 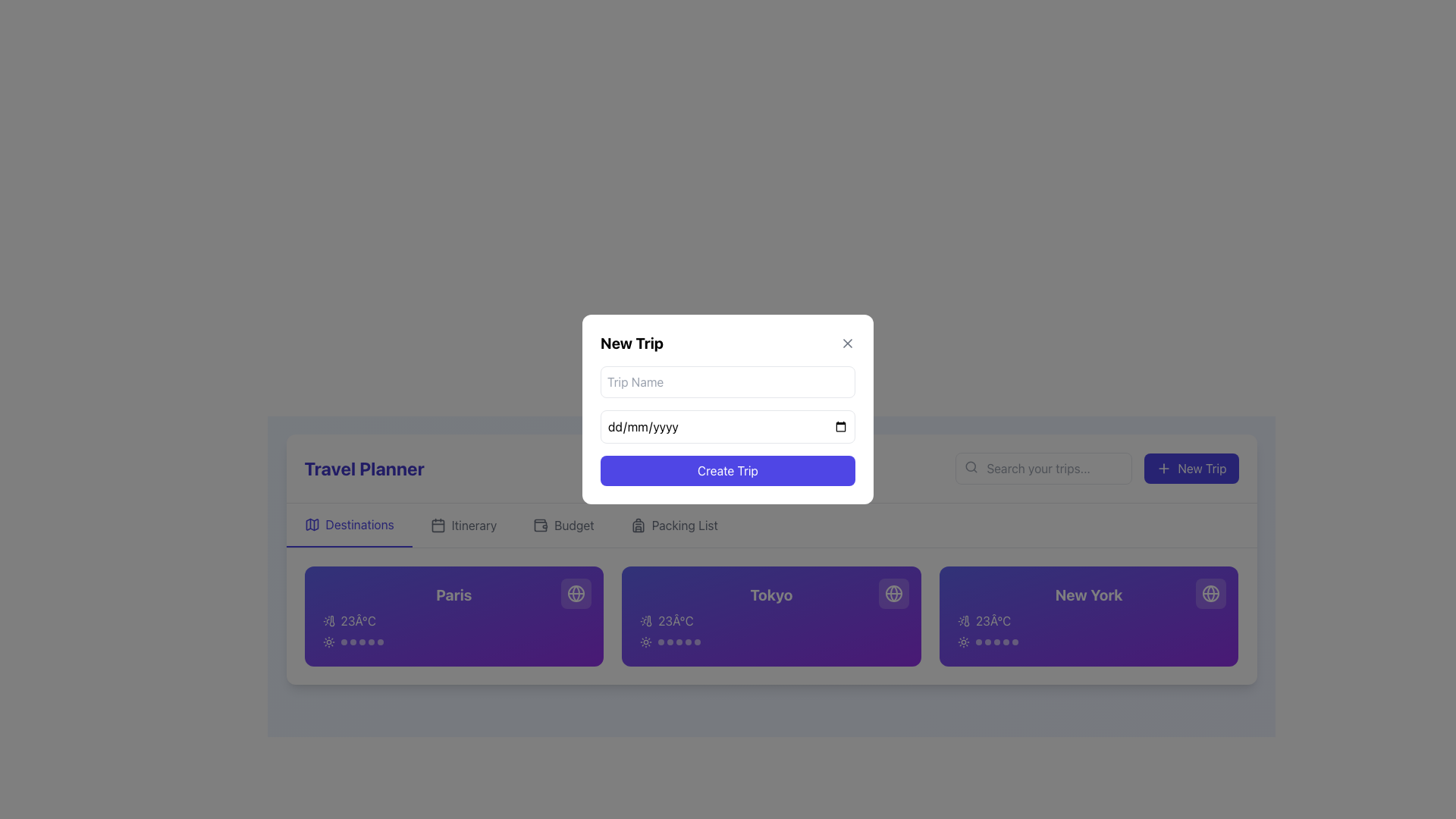 What do you see at coordinates (453, 595) in the screenshot?
I see `the text label identifying the city 'Paris' in the Travel Planner section, which is the first label among similar city labels` at bounding box center [453, 595].